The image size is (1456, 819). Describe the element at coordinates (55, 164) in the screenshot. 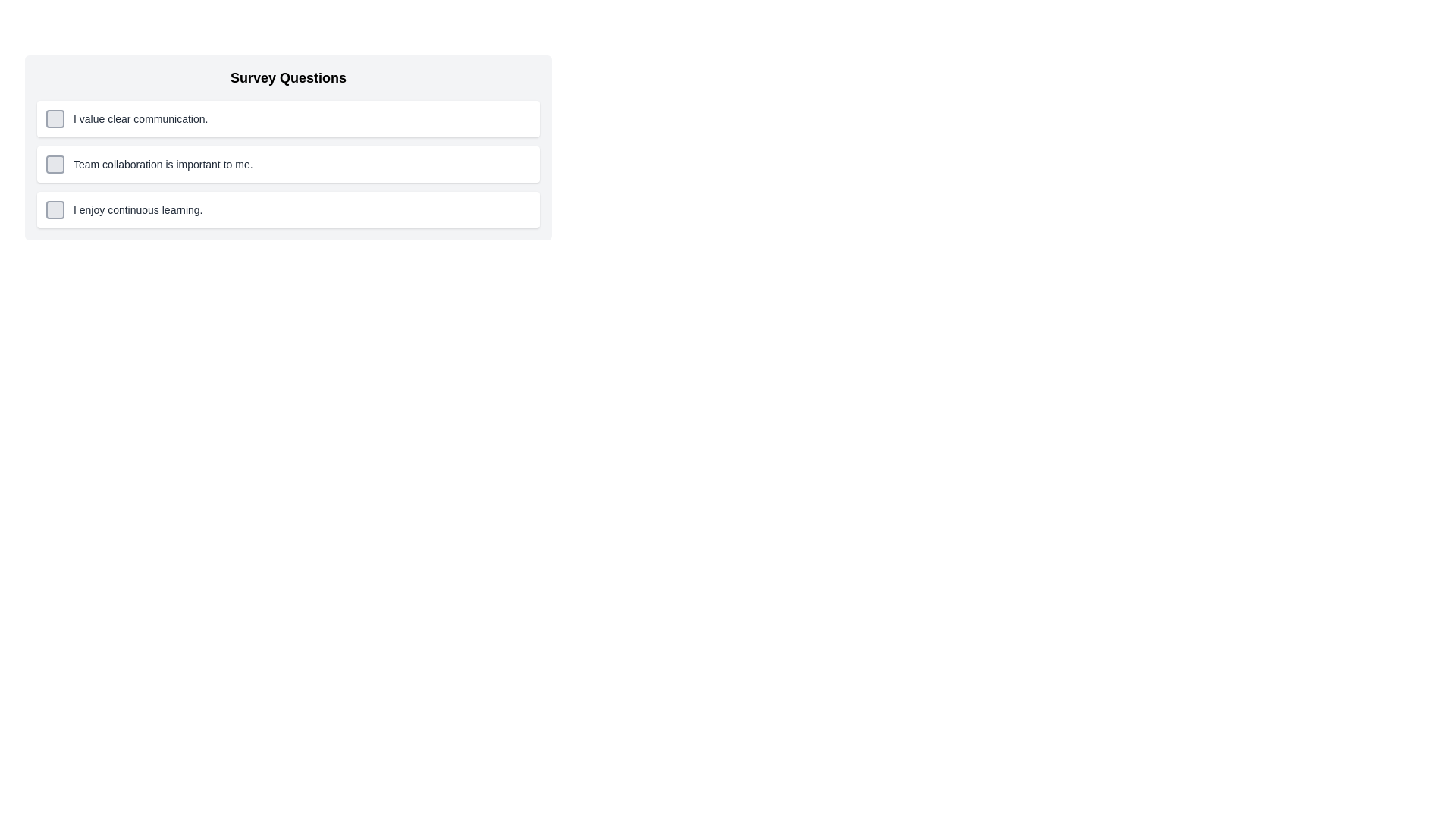

I see `the small square checkbox with rounded corners, located to the left of the text 'Team collaboration is important to me.'` at that location.